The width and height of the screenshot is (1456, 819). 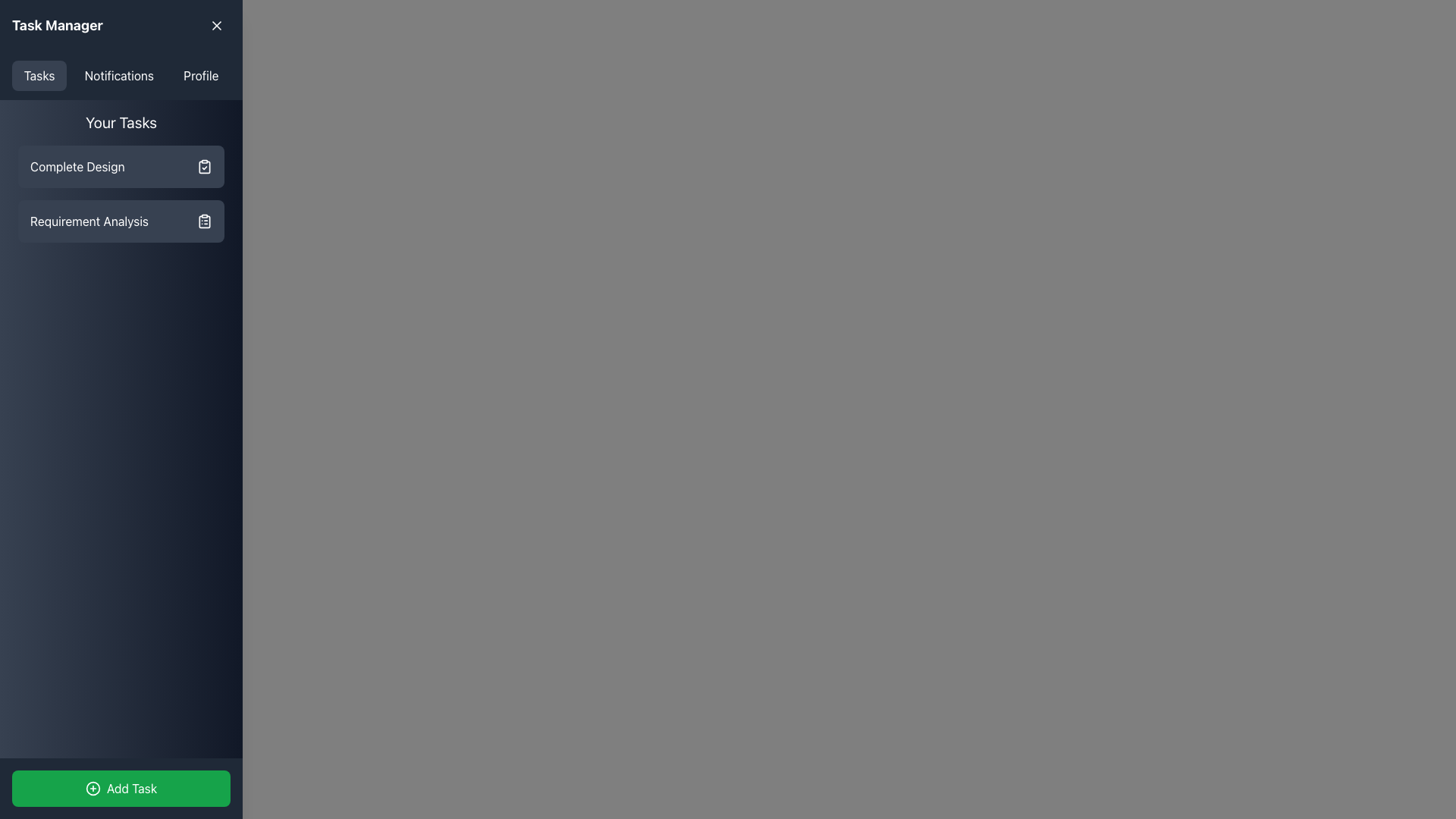 I want to click on the close icon button at the top right corner of the sidebar panel, adjacent to the 'Task Manager' title, to trigger the visual highlight effect, so click(x=216, y=26).